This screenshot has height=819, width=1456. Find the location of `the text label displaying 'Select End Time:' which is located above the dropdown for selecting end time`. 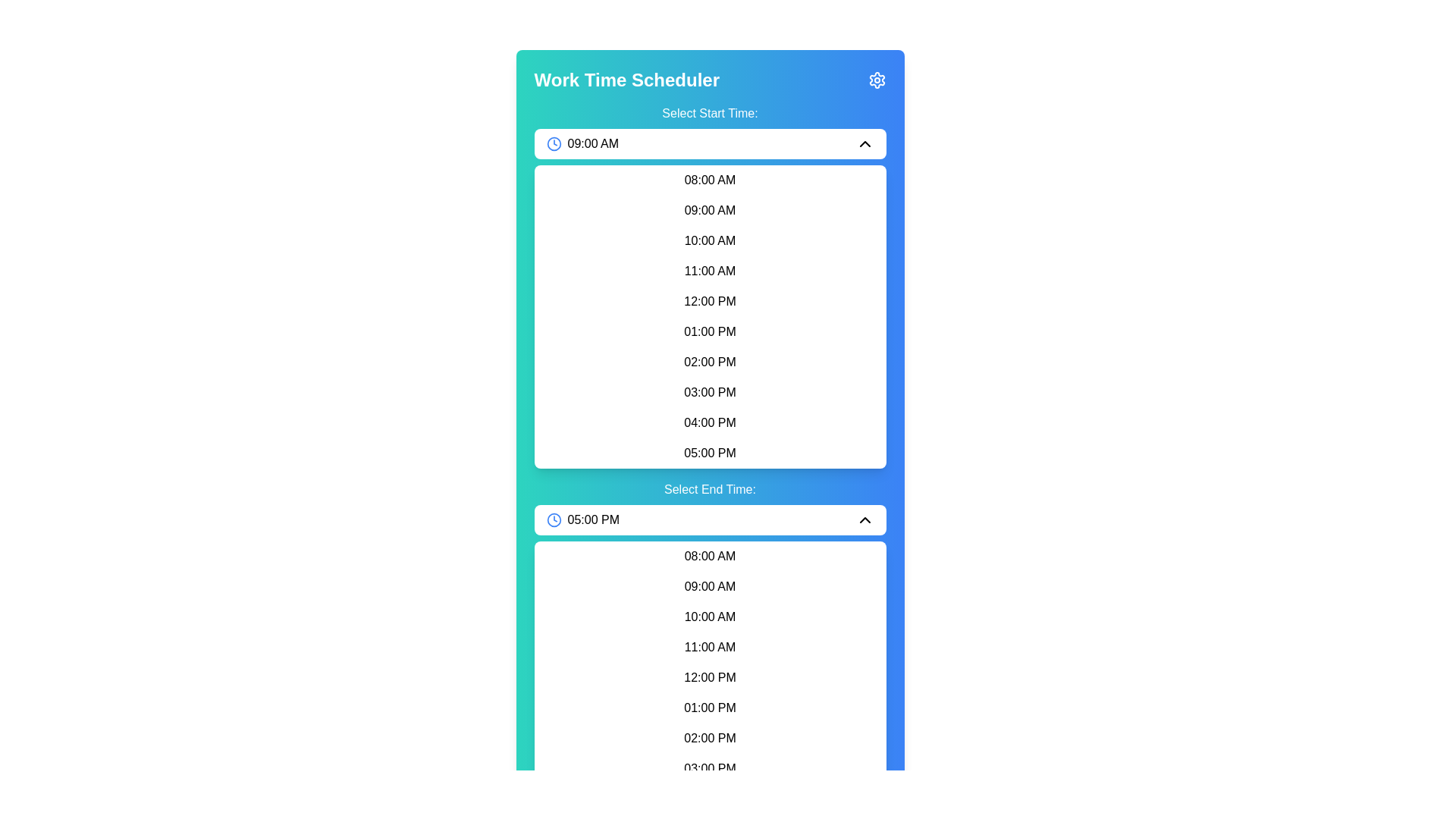

the text label displaying 'Select End Time:' which is located above the dropdown for selecting end time is located at coordinates (709, 489).